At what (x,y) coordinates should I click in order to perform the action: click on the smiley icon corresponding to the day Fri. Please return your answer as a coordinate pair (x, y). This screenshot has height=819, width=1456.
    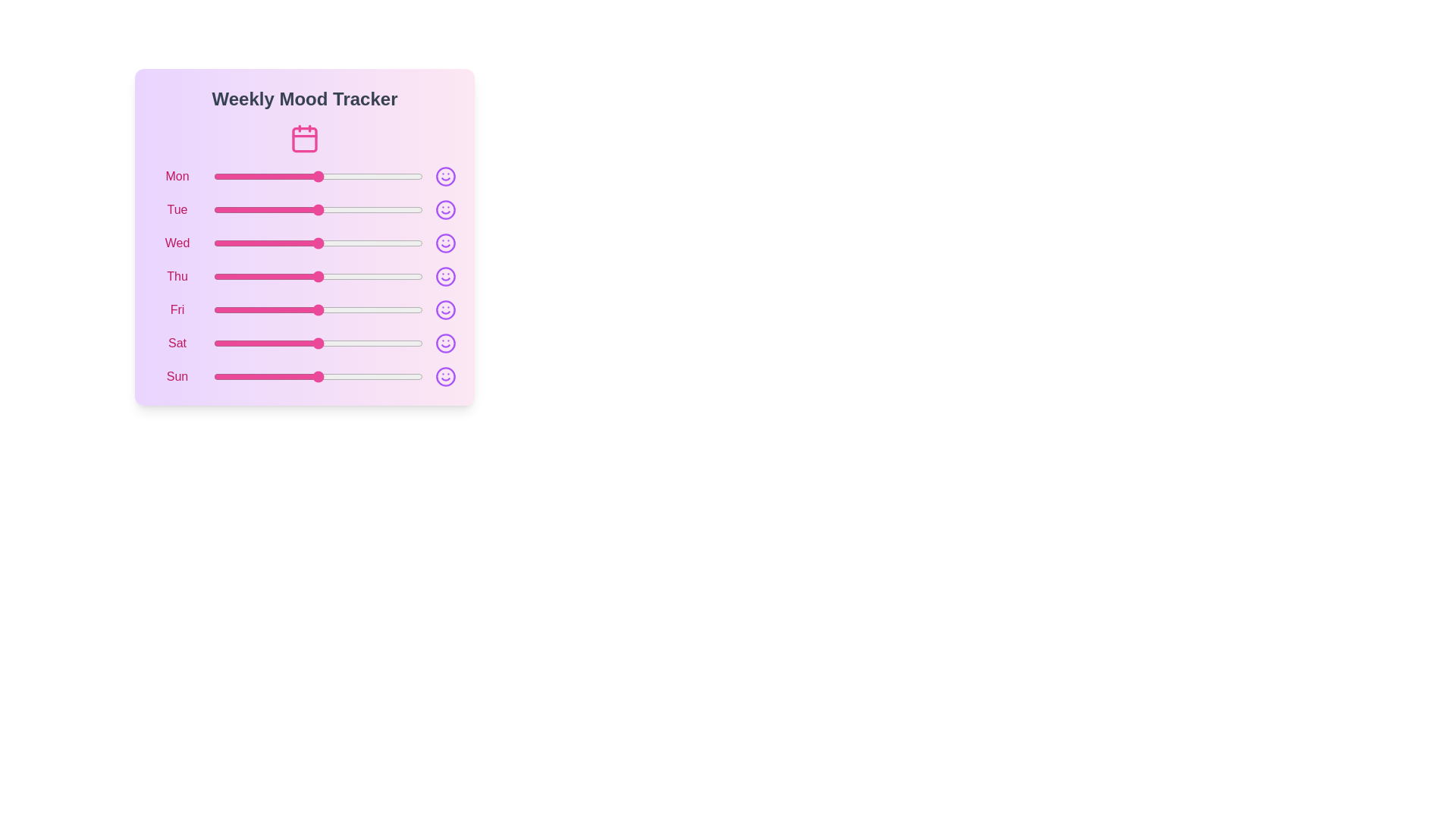
    Looking at the image, I should click on (445, 309).